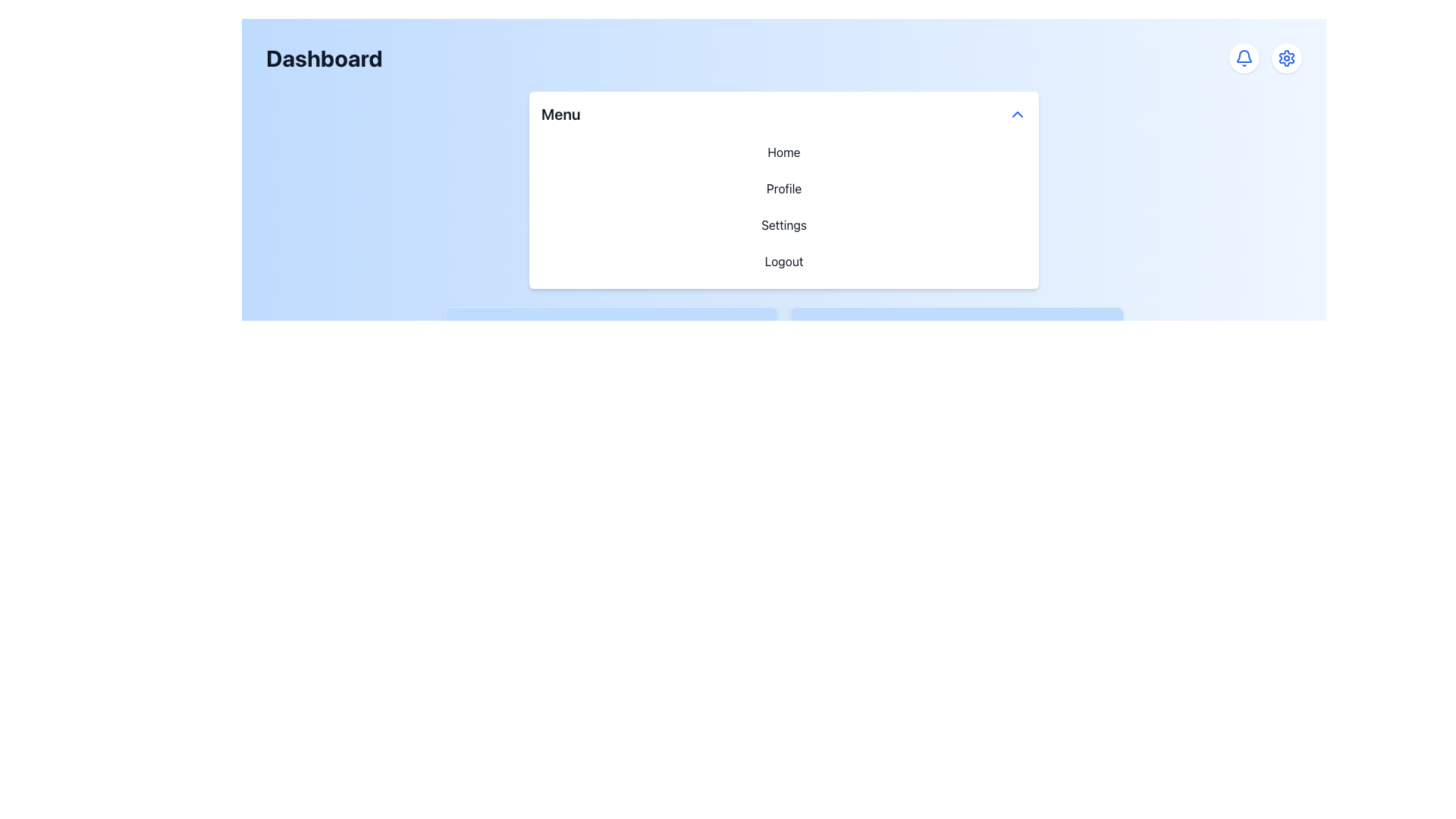 The height and width of the screenshot is (819, 1456). What do you see at coordinates (1244, 55) in the screenshot?
I see `the curving base of the blue bell-shaped icon located in the top-right corner of the interface` at bounding box center [1244, 55].